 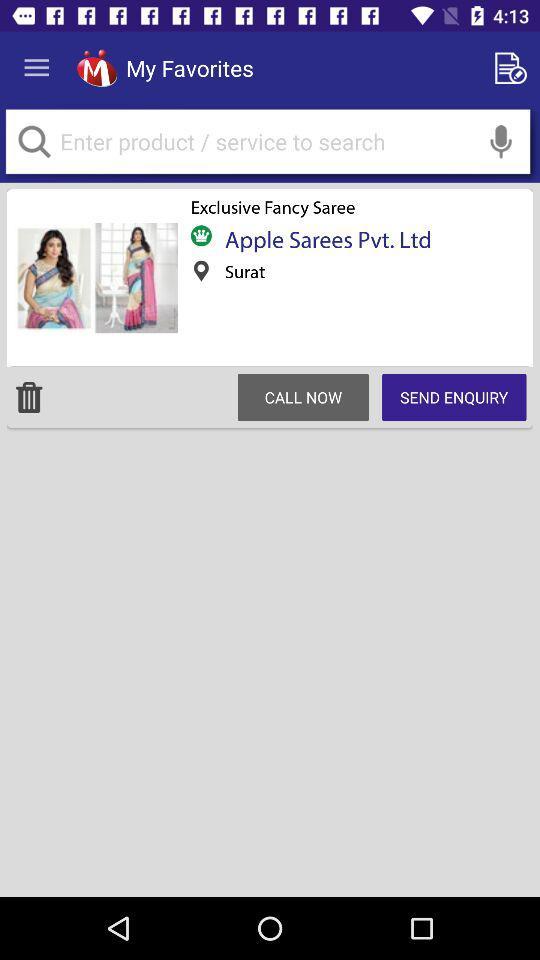 I want to click on images, so click(x=94, y=277).